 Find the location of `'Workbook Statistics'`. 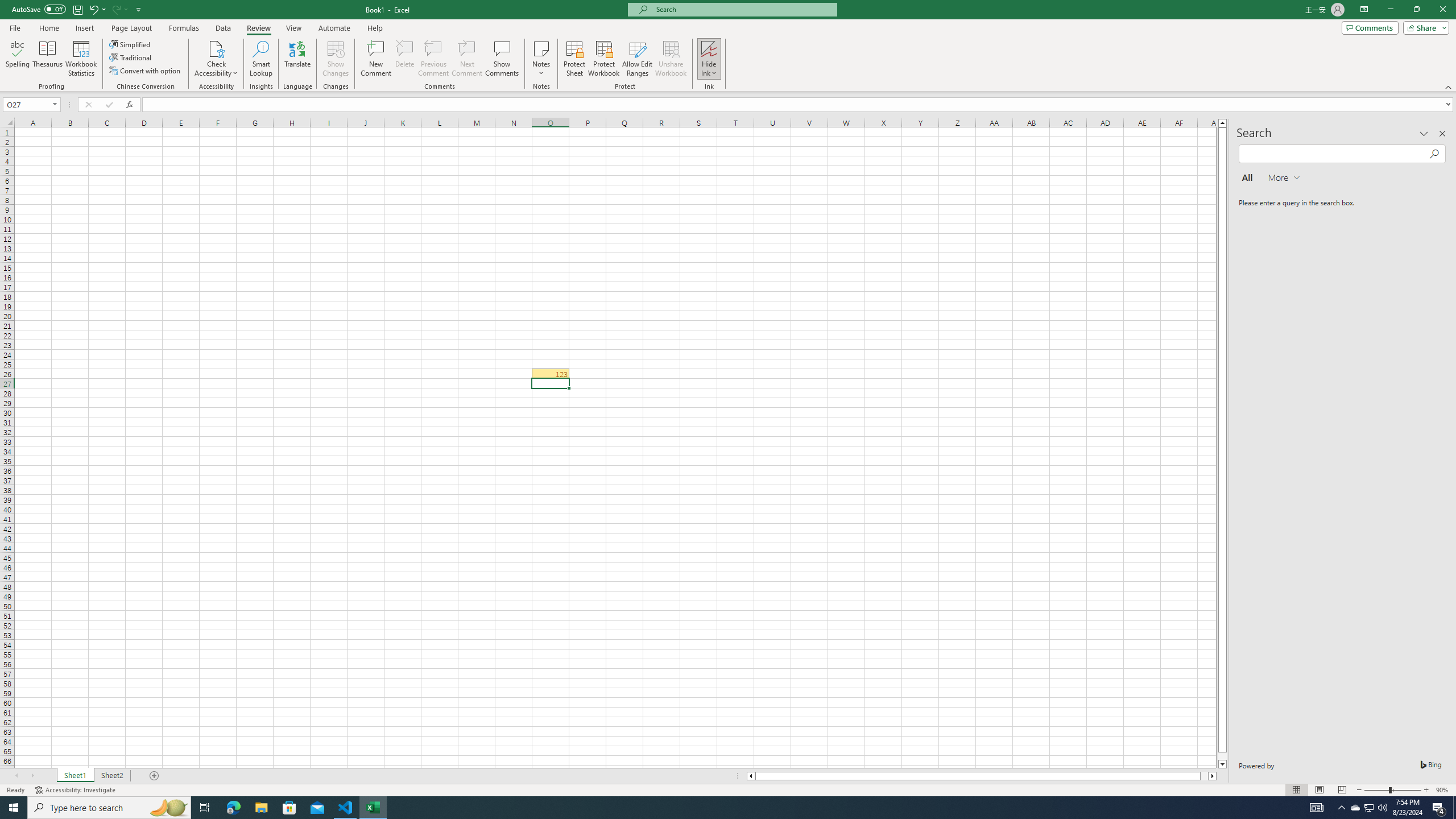

'Workbook Statistics' is located at coordinates (81, 59).